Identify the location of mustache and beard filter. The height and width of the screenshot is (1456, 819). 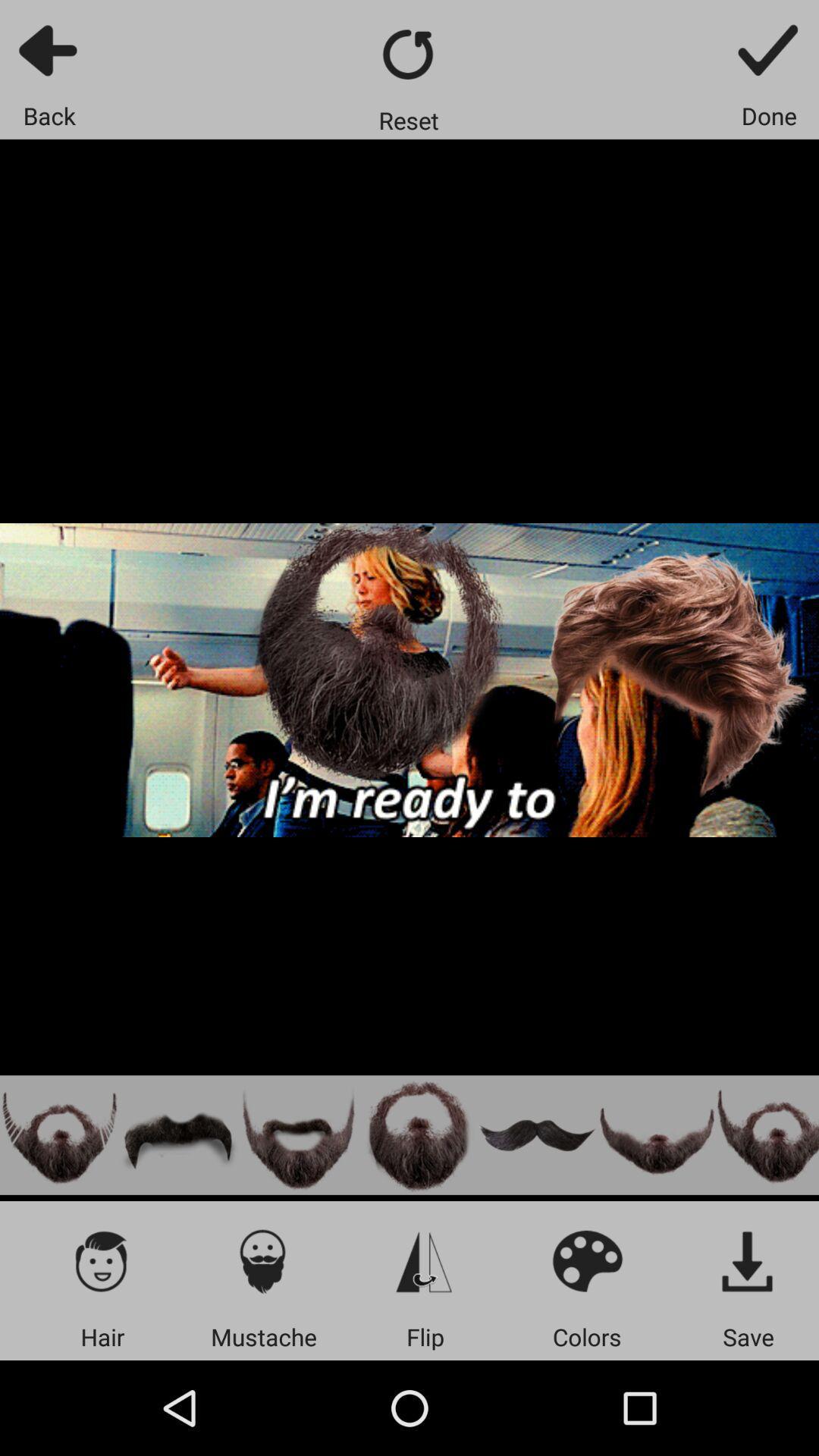
(418, 1135).